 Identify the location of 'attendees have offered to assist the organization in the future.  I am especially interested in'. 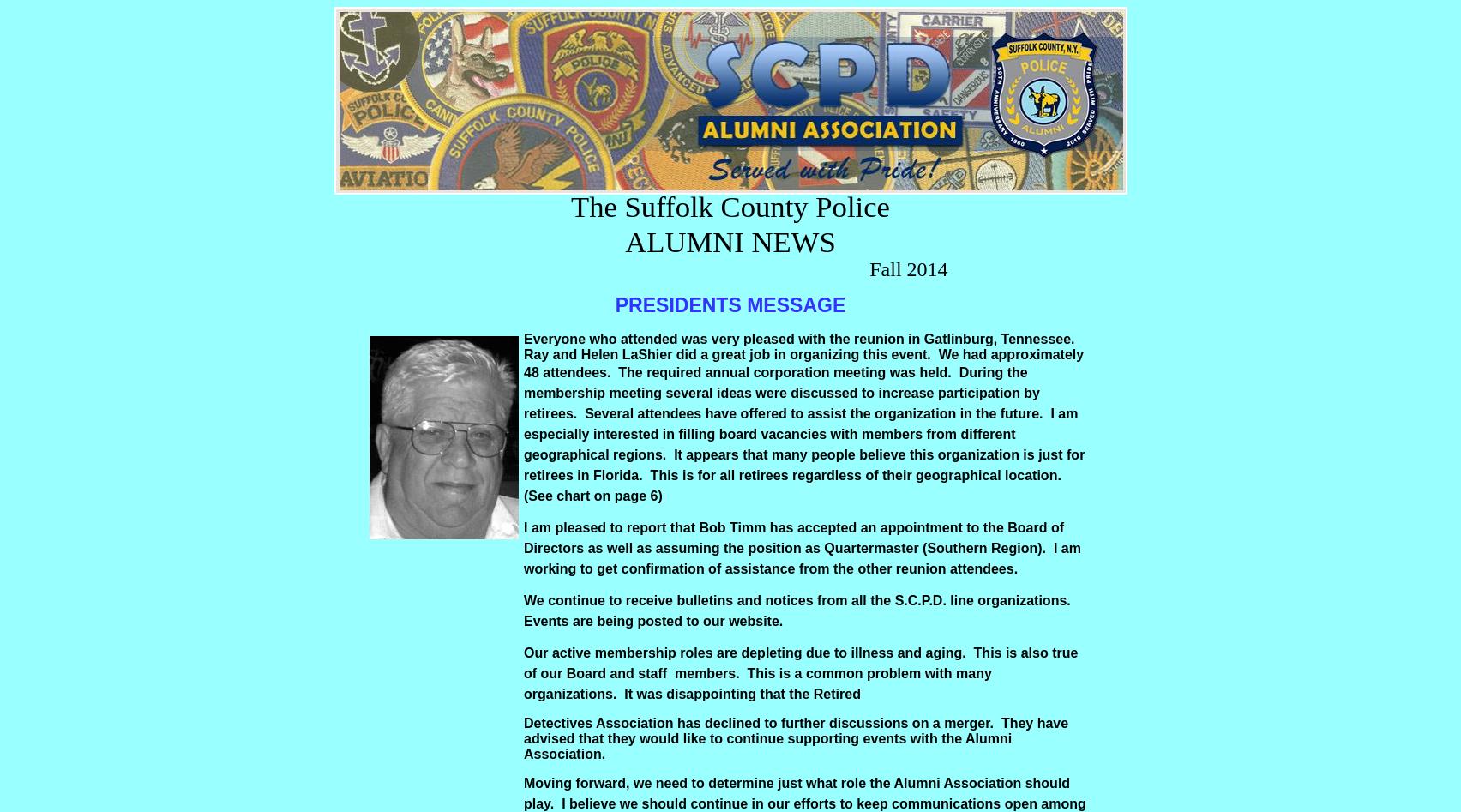
(800, 422).